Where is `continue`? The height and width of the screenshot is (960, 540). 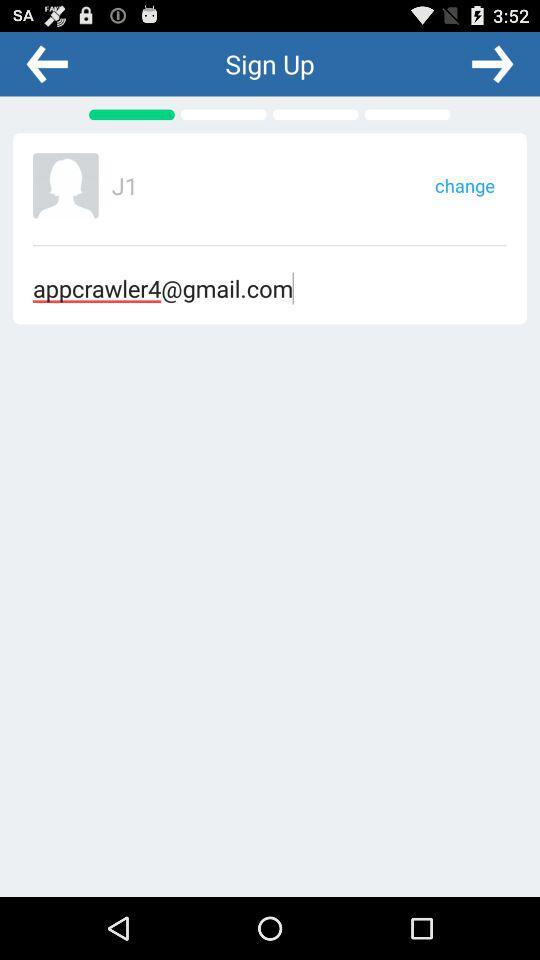
continue is located at coordinates (491, 63).